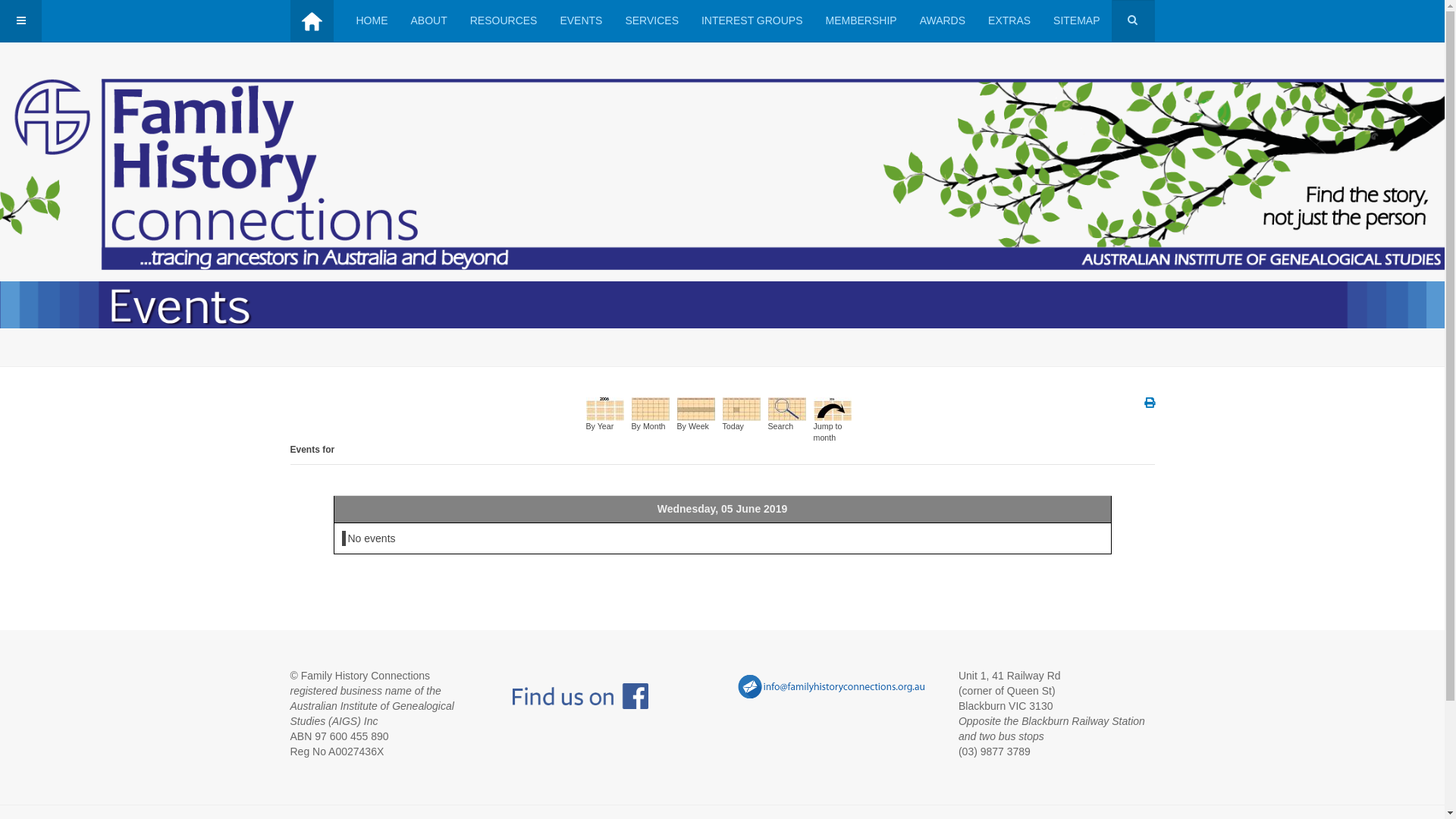 The height and width of the screenshot is (819, 1456). What do you see at coordinates (767, 406) in the screenshot?
I see `'Search'` at bounding box center [767, 406].